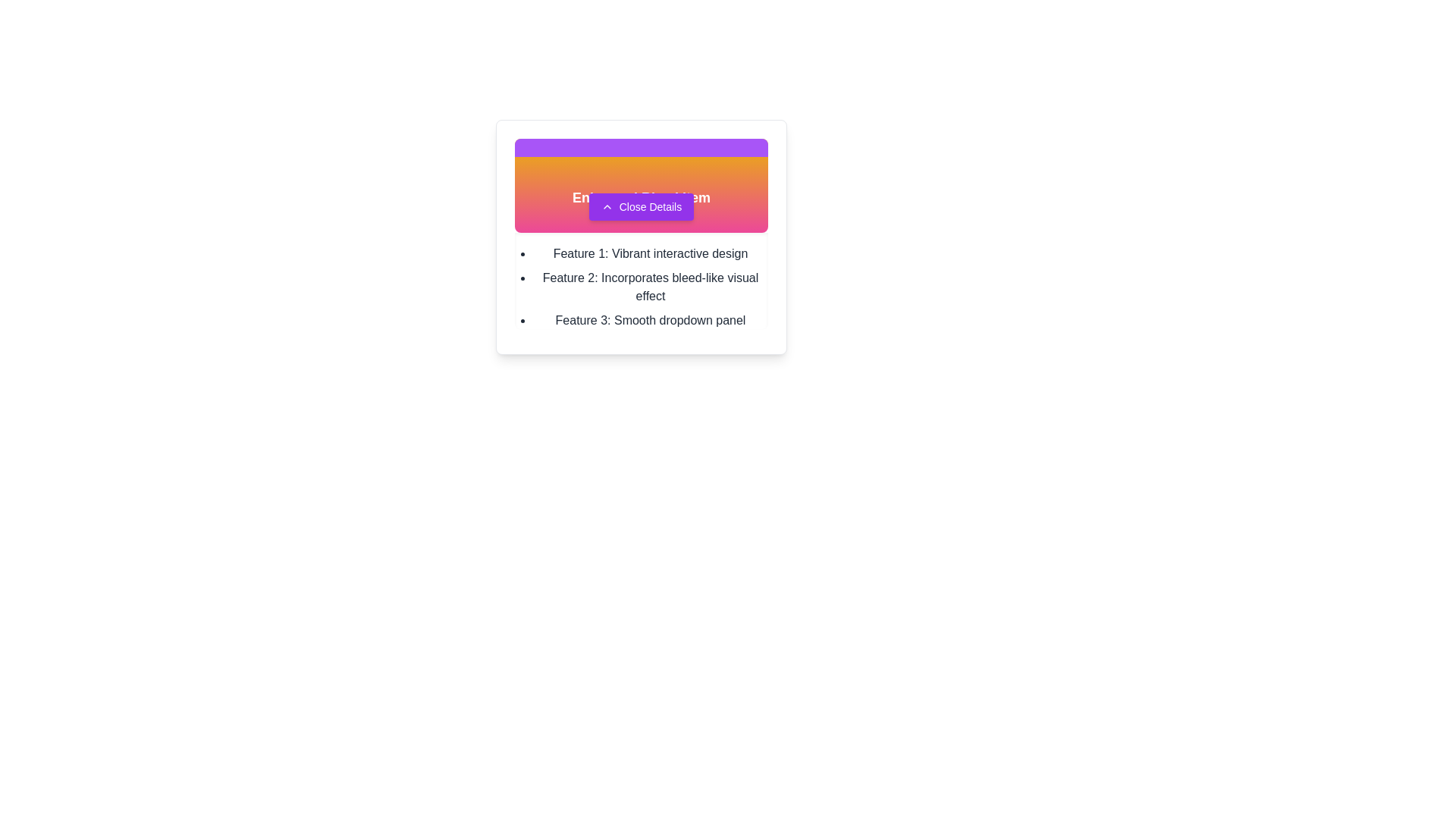 This screenshot has height=819, width=1456. What do you see at coordinates (651, 287) in the screenshot?
I see `the second item` at bounding box center [651, 287].